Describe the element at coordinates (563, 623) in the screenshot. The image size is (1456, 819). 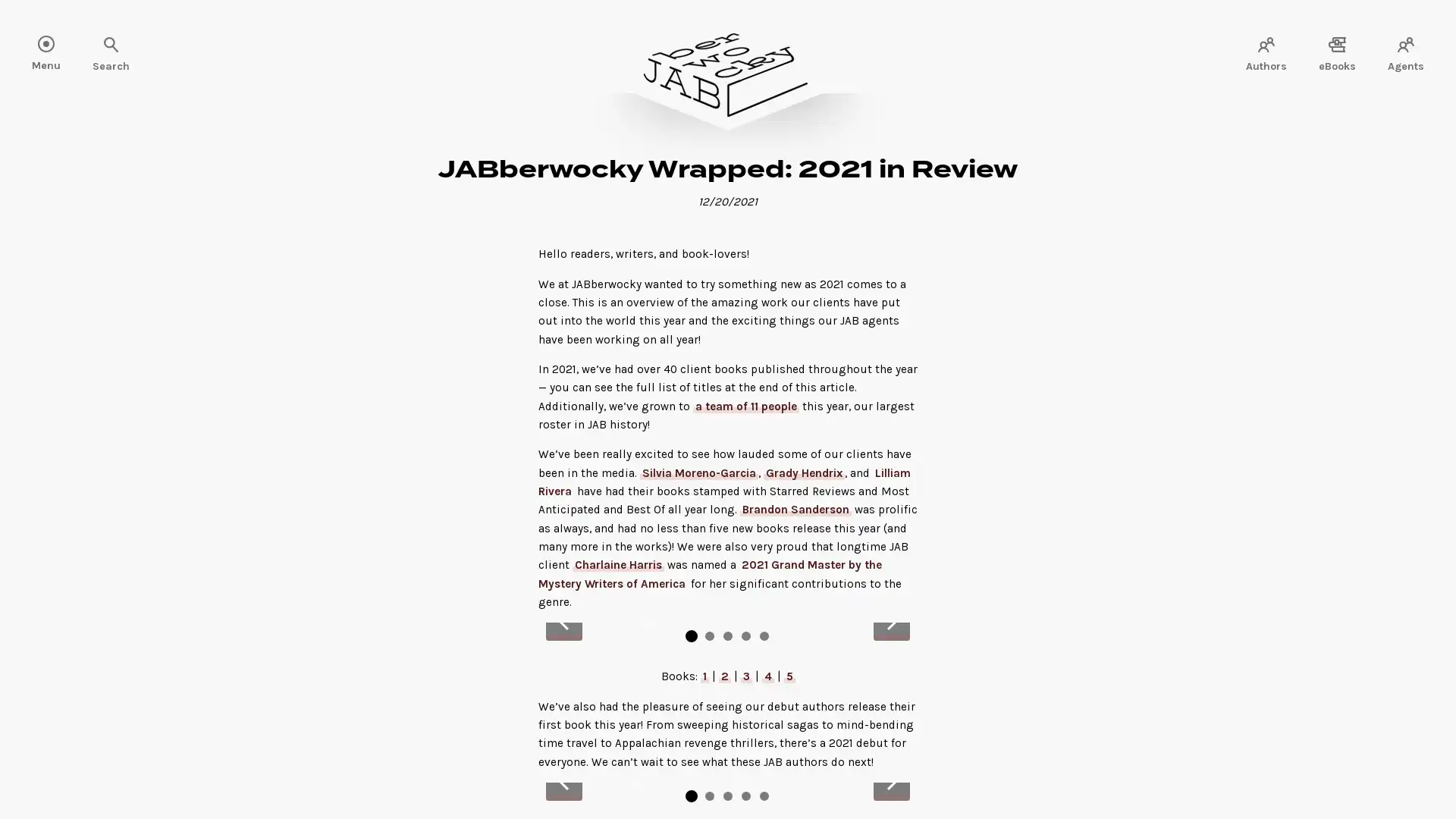
I see `Previous slide` at that location.